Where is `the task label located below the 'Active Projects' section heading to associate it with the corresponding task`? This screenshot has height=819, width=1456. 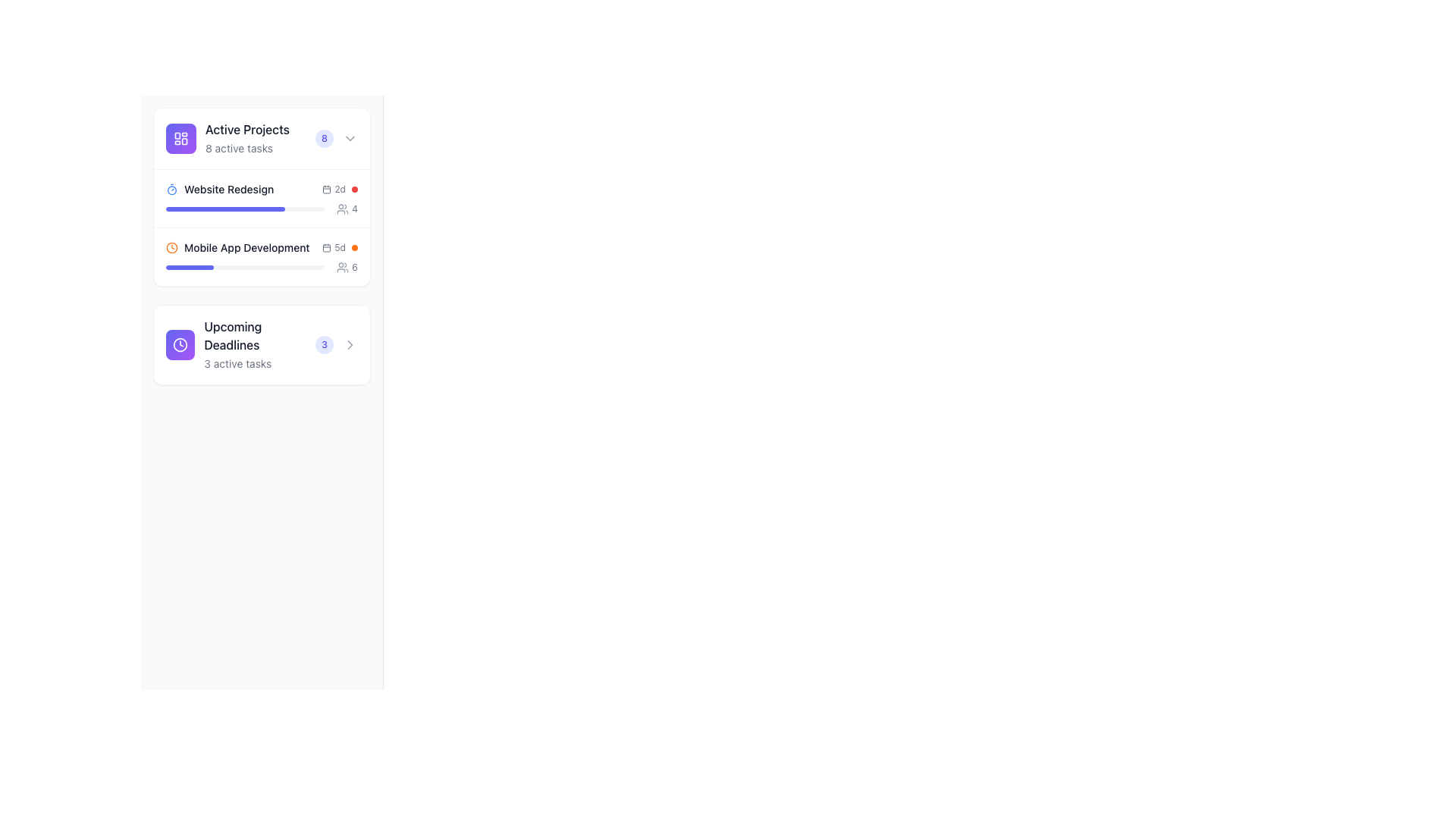
the task label located below the 'Active Projects' section heading to associate it with the corresponding task is located at coordinates (228, 189).